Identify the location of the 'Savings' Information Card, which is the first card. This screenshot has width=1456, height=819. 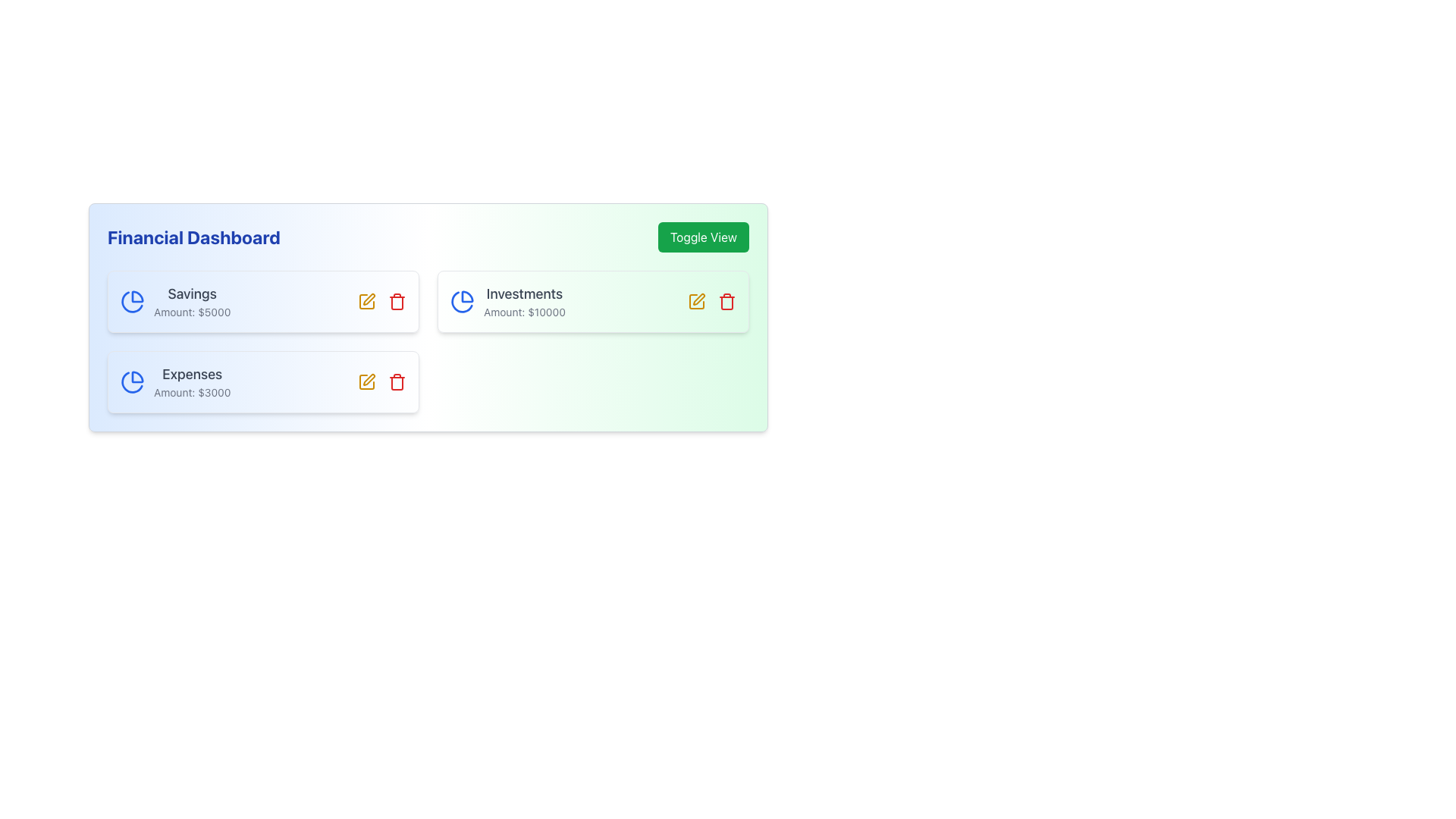
(263, 301).